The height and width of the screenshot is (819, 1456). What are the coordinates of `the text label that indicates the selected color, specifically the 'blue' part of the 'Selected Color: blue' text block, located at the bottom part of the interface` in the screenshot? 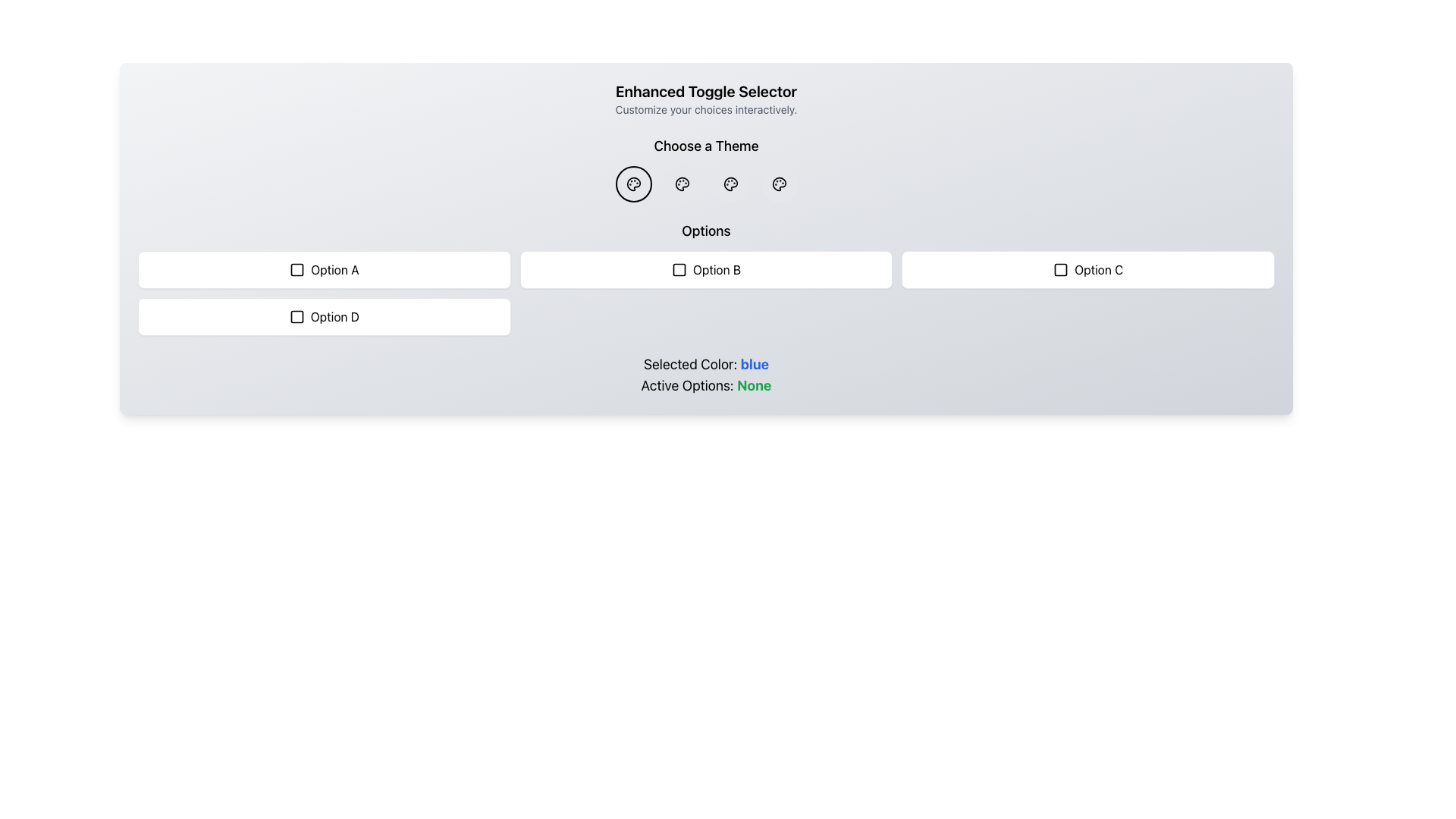 It's located at (755, 364).